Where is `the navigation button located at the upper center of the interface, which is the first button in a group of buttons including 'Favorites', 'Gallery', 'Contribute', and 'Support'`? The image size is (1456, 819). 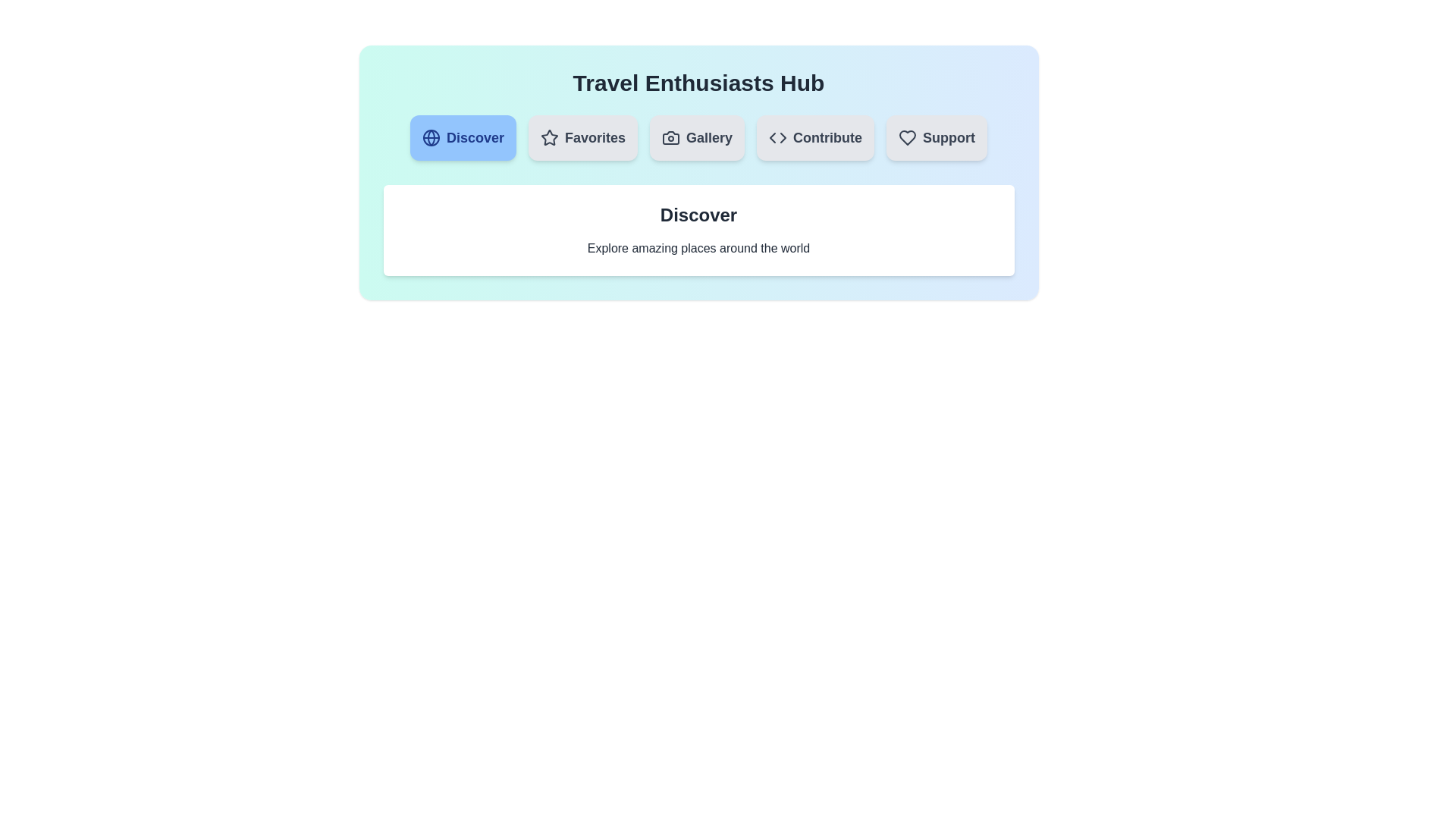
the navigation button located at the upper center of the interface, which is the first button in a group of buttons including 'Favorites', 'Gallery', 'Contribute', and 'Support' is located at coordinates (462, 137).